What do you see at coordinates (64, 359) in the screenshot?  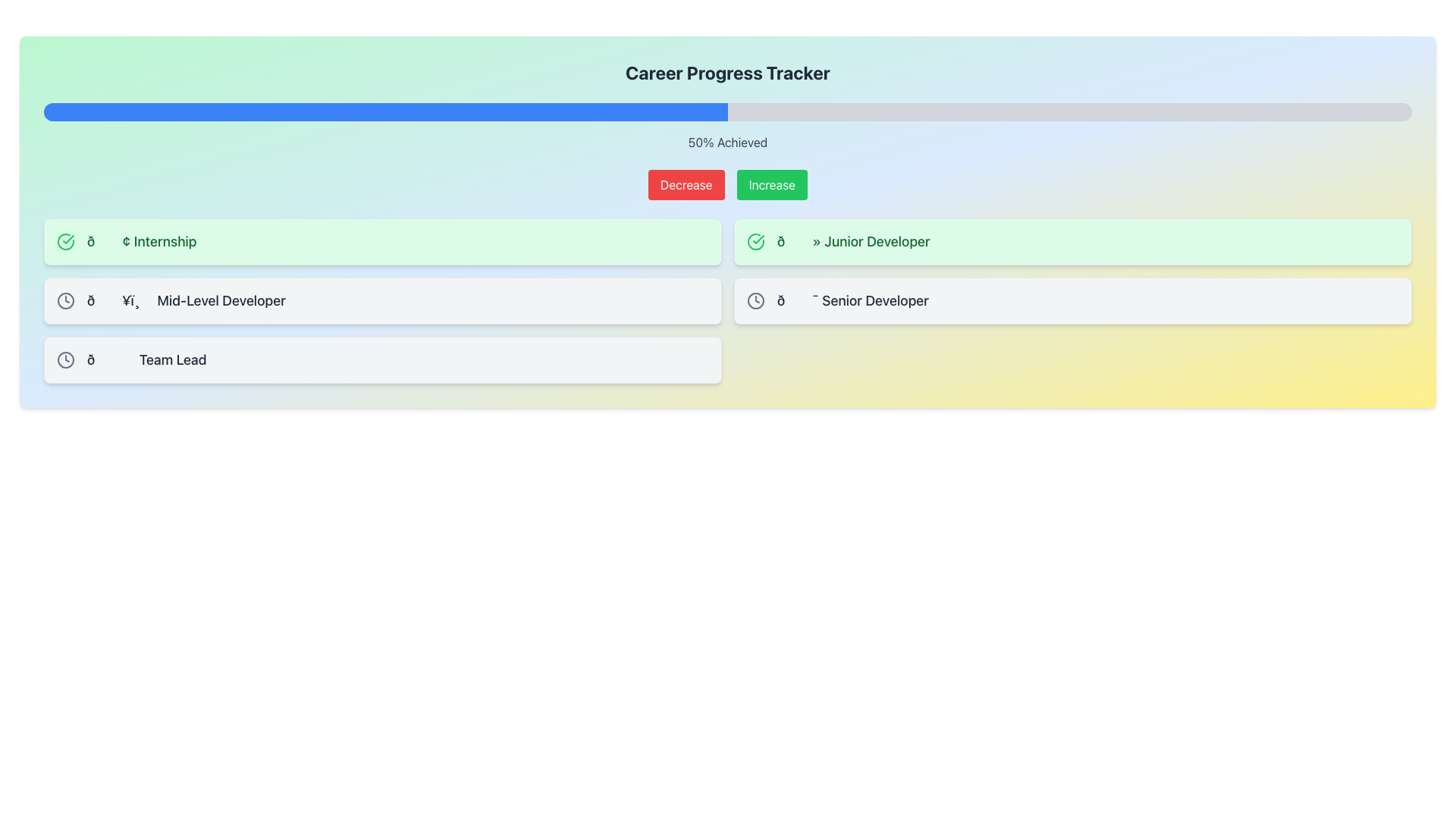 I see `the time or schedule icon representing the 'Team Lead' milestone located to the left of the 'Team Lead' text within the bordered rectangular section at the bottom of the interface` at bounding box center [64, 359].